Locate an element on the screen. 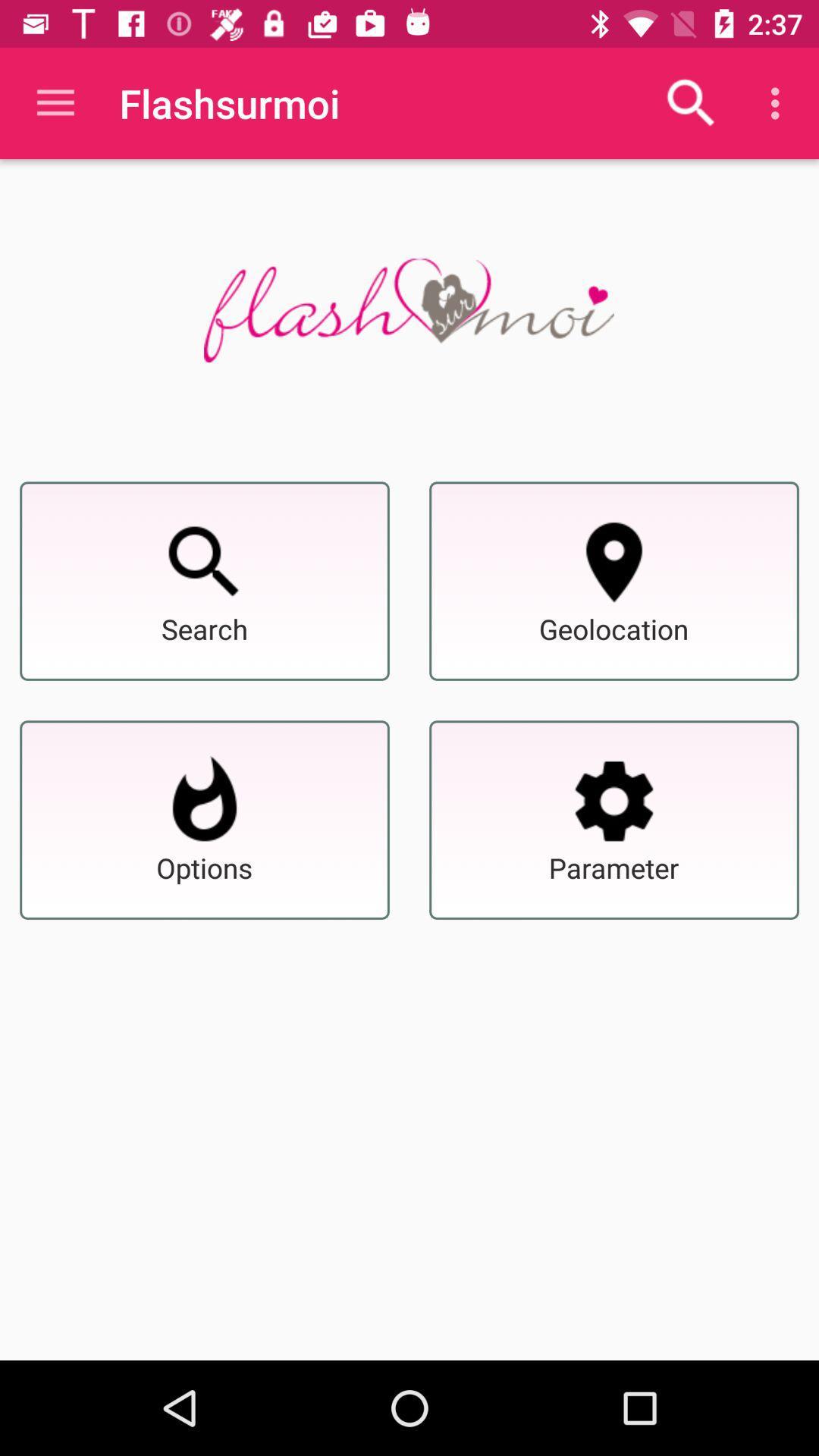 The height and width of the screenshot is (1456, 819). set the parameter is located at coordinates (614, 800).